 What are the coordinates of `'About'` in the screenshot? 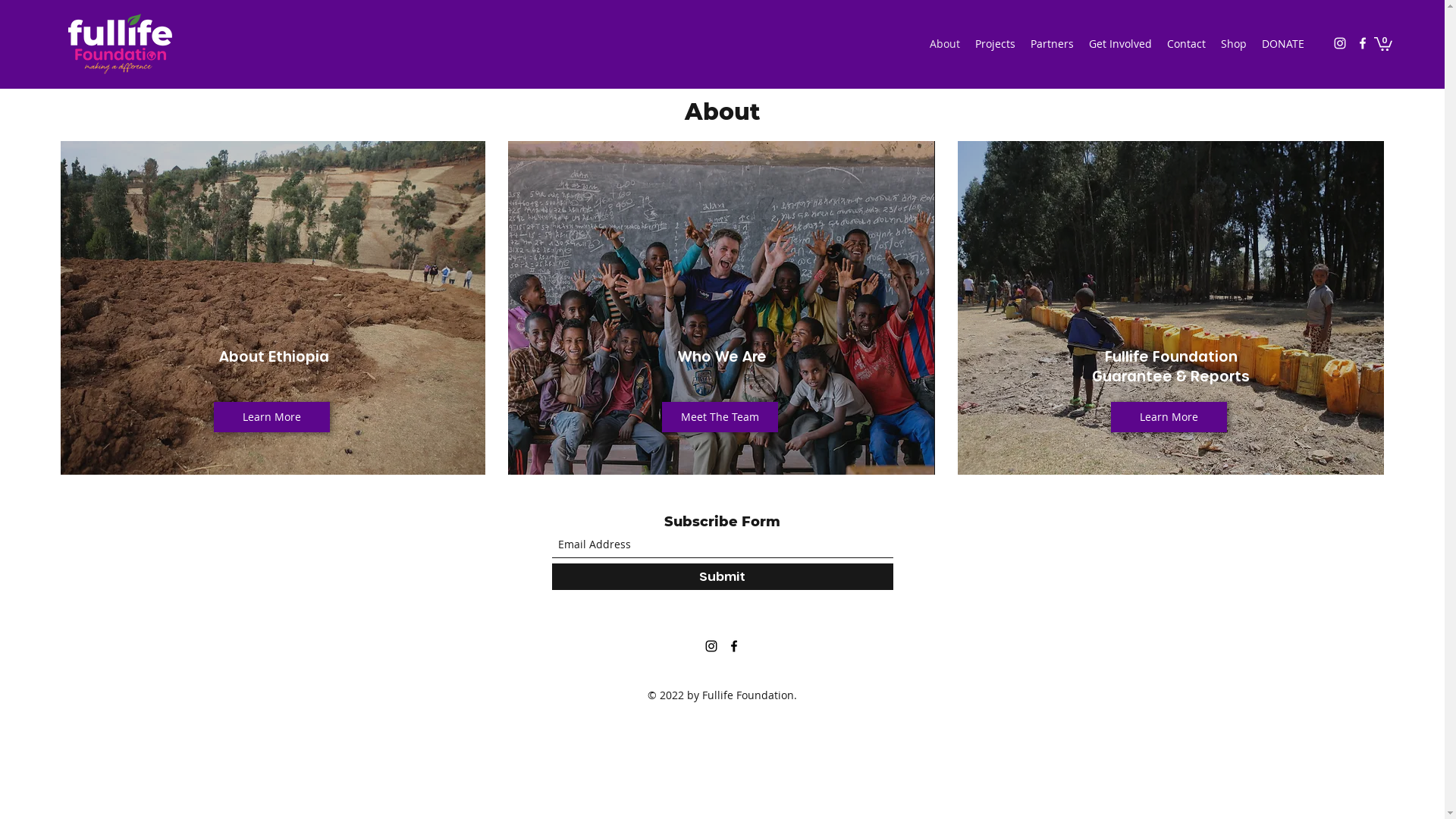 It's located at (944, 42).